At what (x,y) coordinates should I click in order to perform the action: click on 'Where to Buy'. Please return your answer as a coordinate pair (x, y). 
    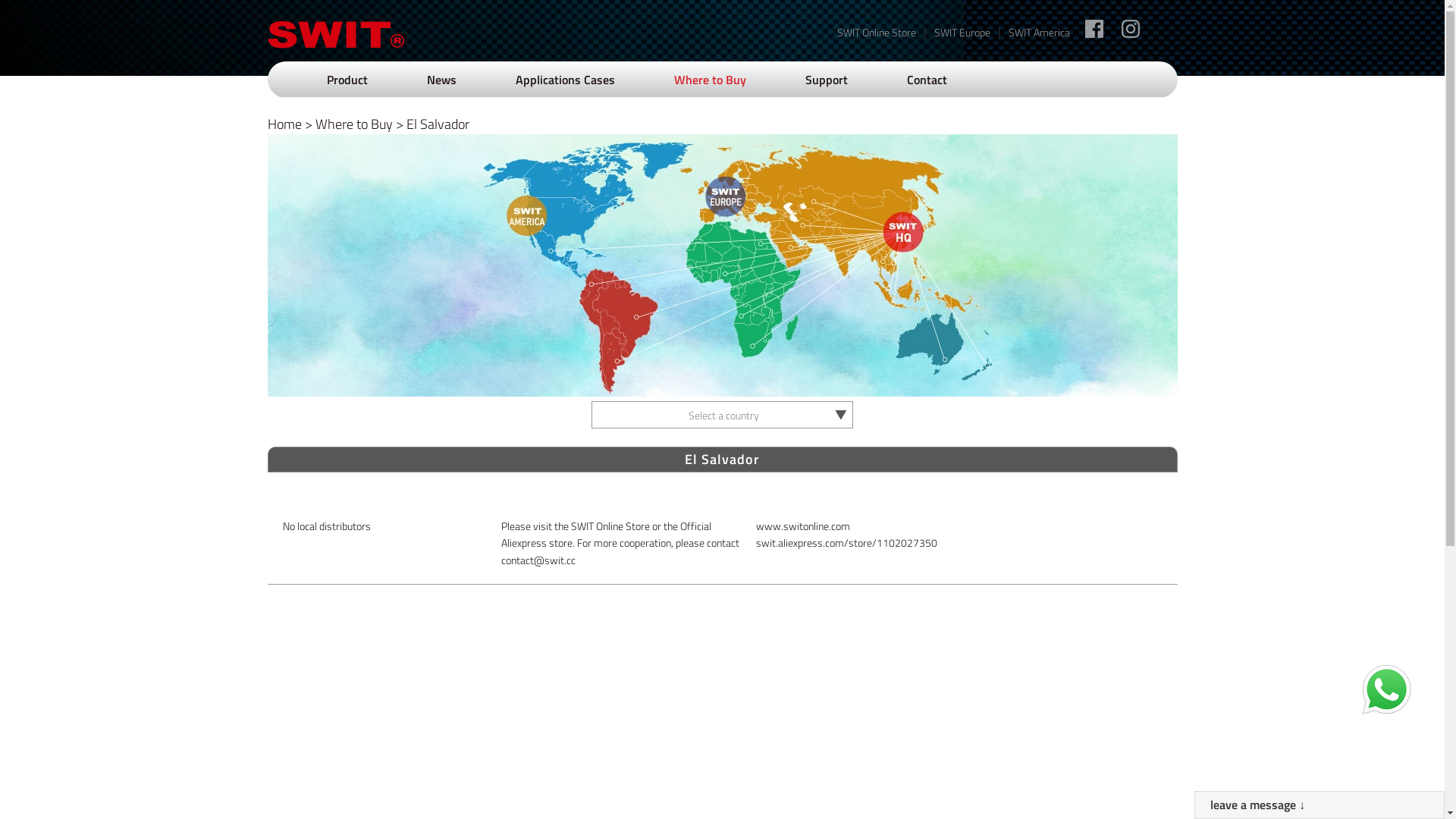
    Looking at the image, I should click on (353, 123).